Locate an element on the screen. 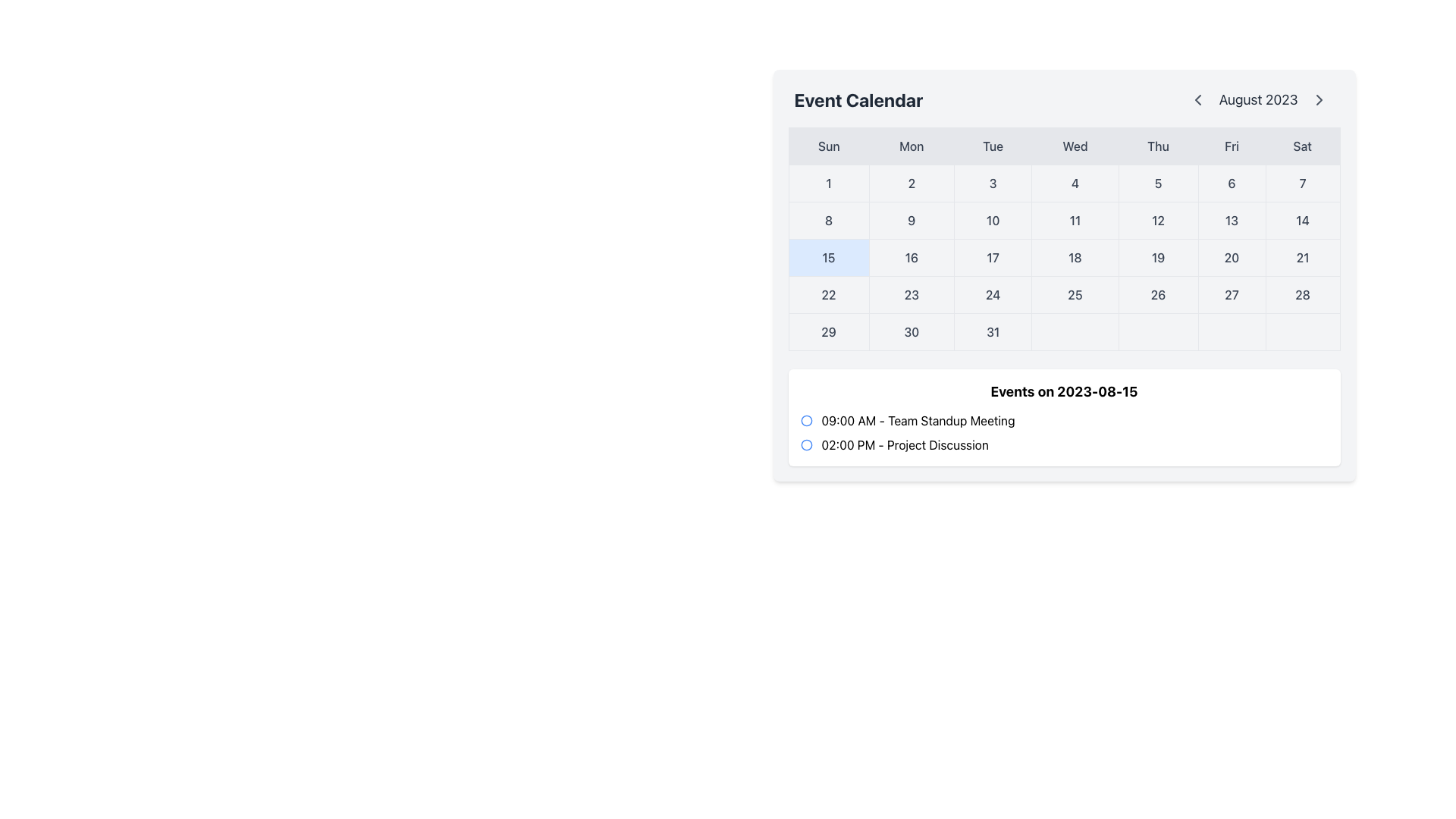 The height and width of the screenshot is (819, 1456). the Static Label displaying 'Wed', which is the fourth label from the left in a horizontal row of weekday labels at the top of the calendar view is located at coordinates (1074, 146).